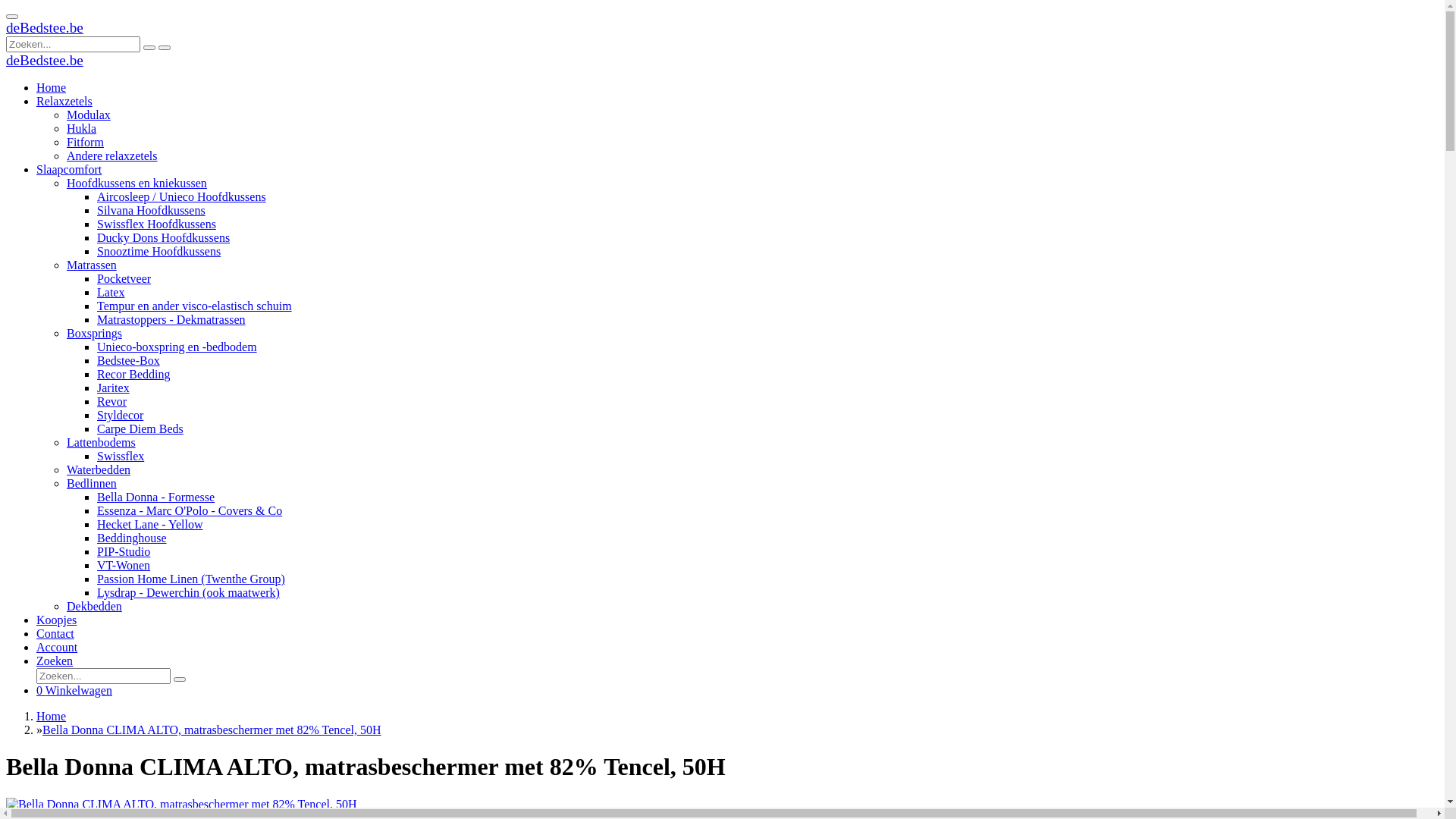 Image resolution: width=1456 pixels, height=819 pixels. What do you see at coordinates (149, 523) in the screenshot?
I see `'Hecket Lane - Yellow'` at bounding box center [149, 523].